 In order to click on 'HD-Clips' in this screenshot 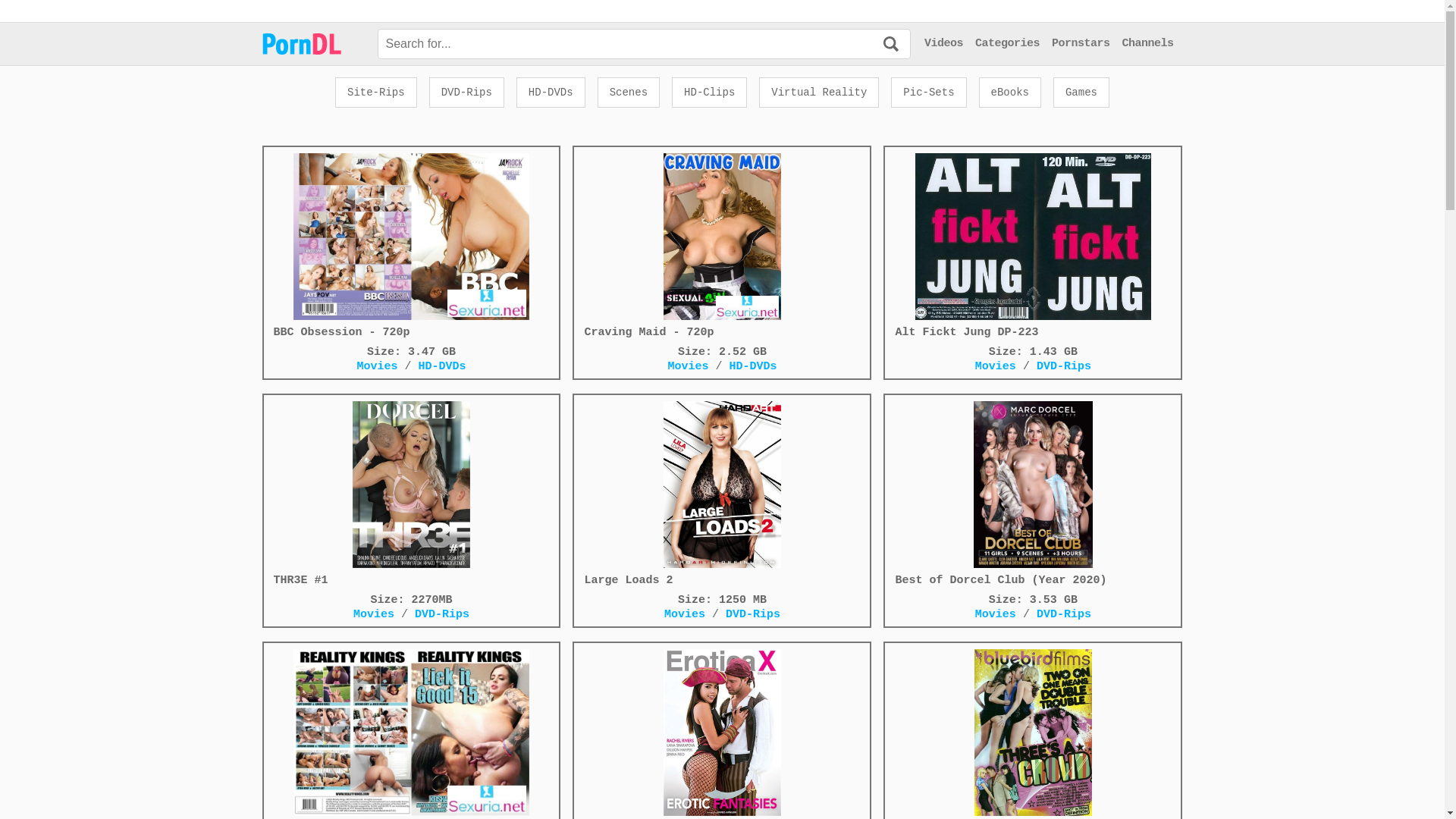, I will do `click(708, 93)`.